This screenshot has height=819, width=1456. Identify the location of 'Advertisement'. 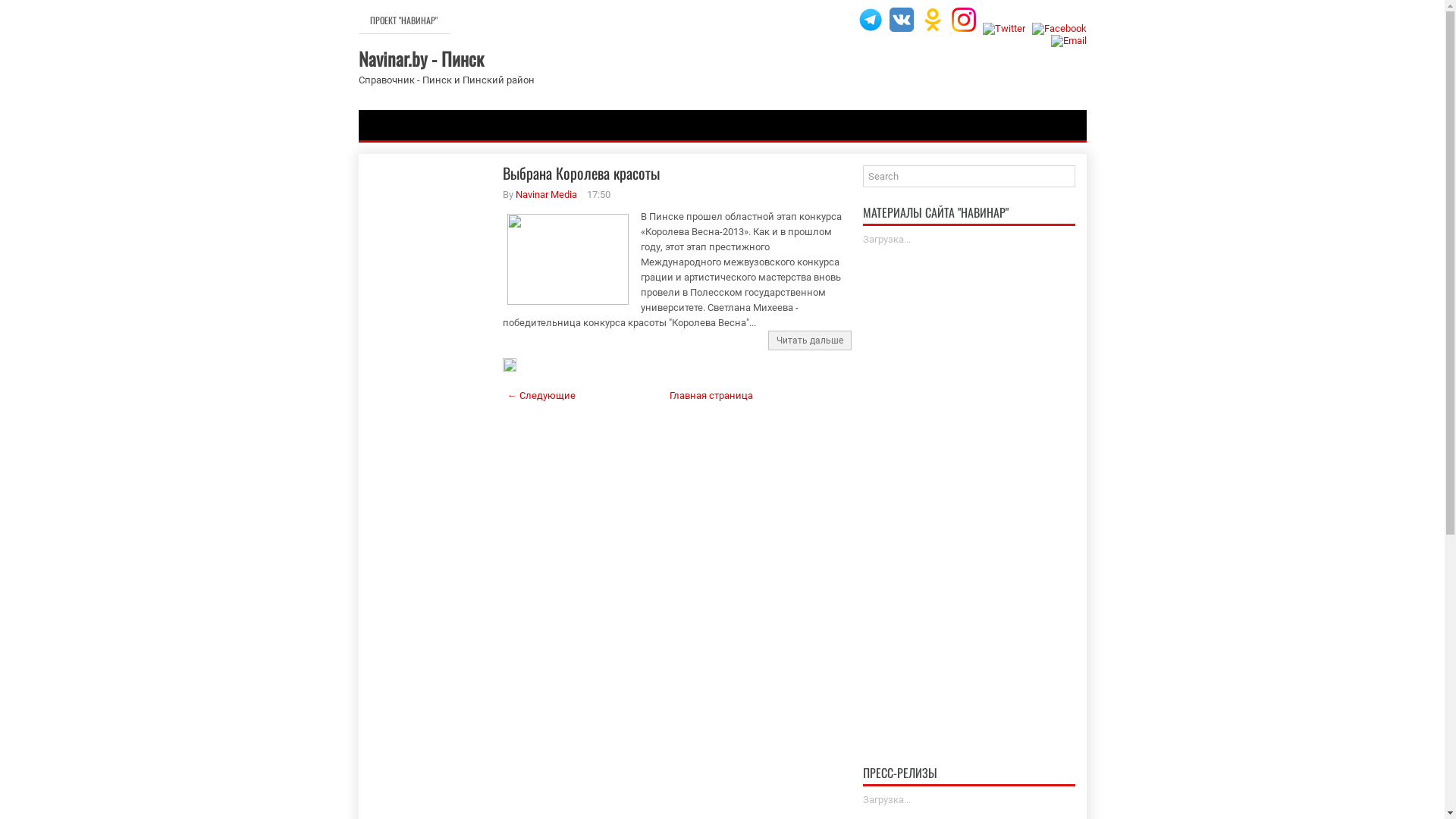
(429, 403).